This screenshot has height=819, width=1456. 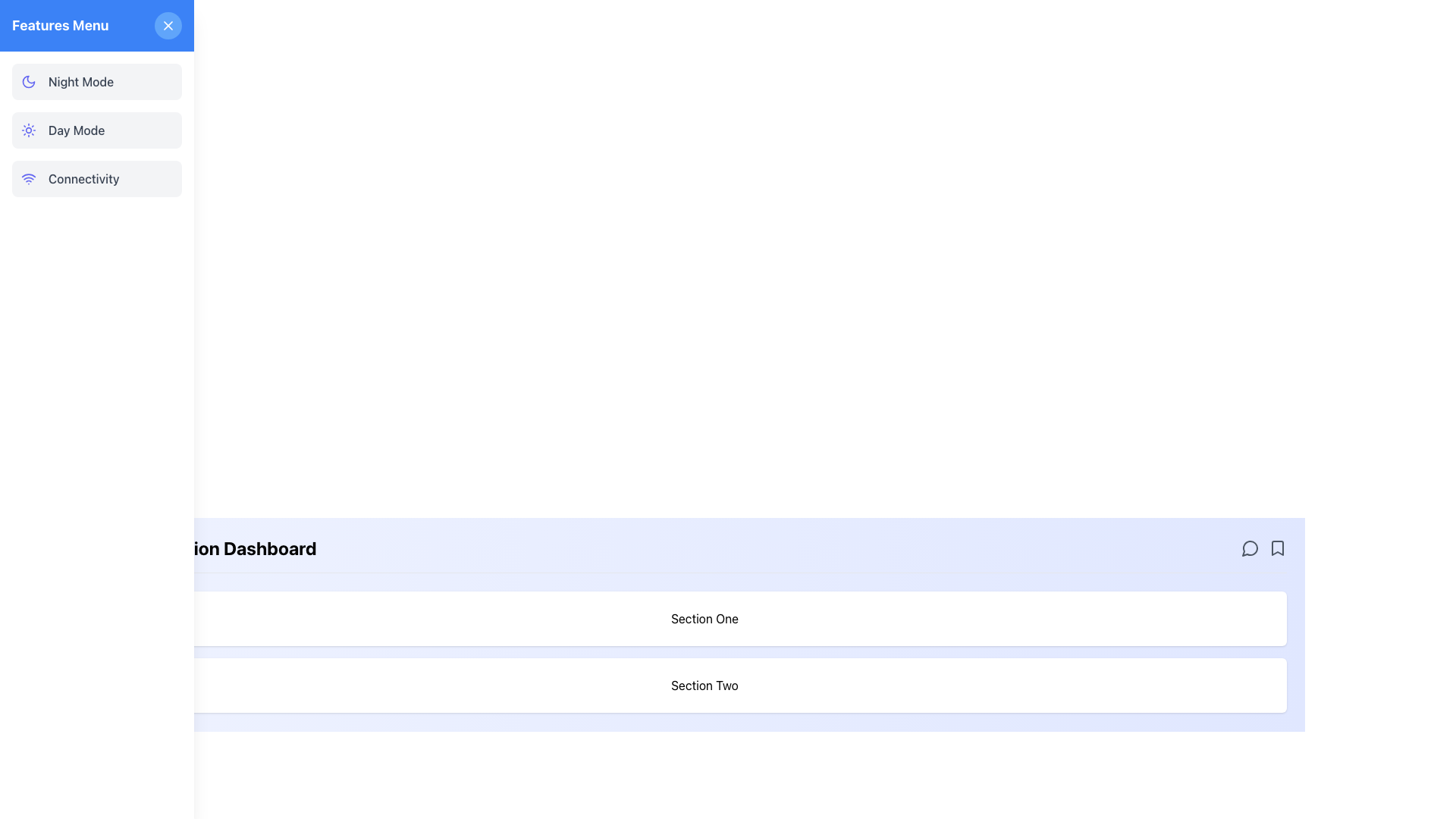 What do you see at coordinates (96, 177) in the screenshot?
I see `the 'Connectivity' button, which is the third item in the vertically stacked list of menu options located in the left side panel, directly below 'Day Mode'` at bounding box center [96, 177].